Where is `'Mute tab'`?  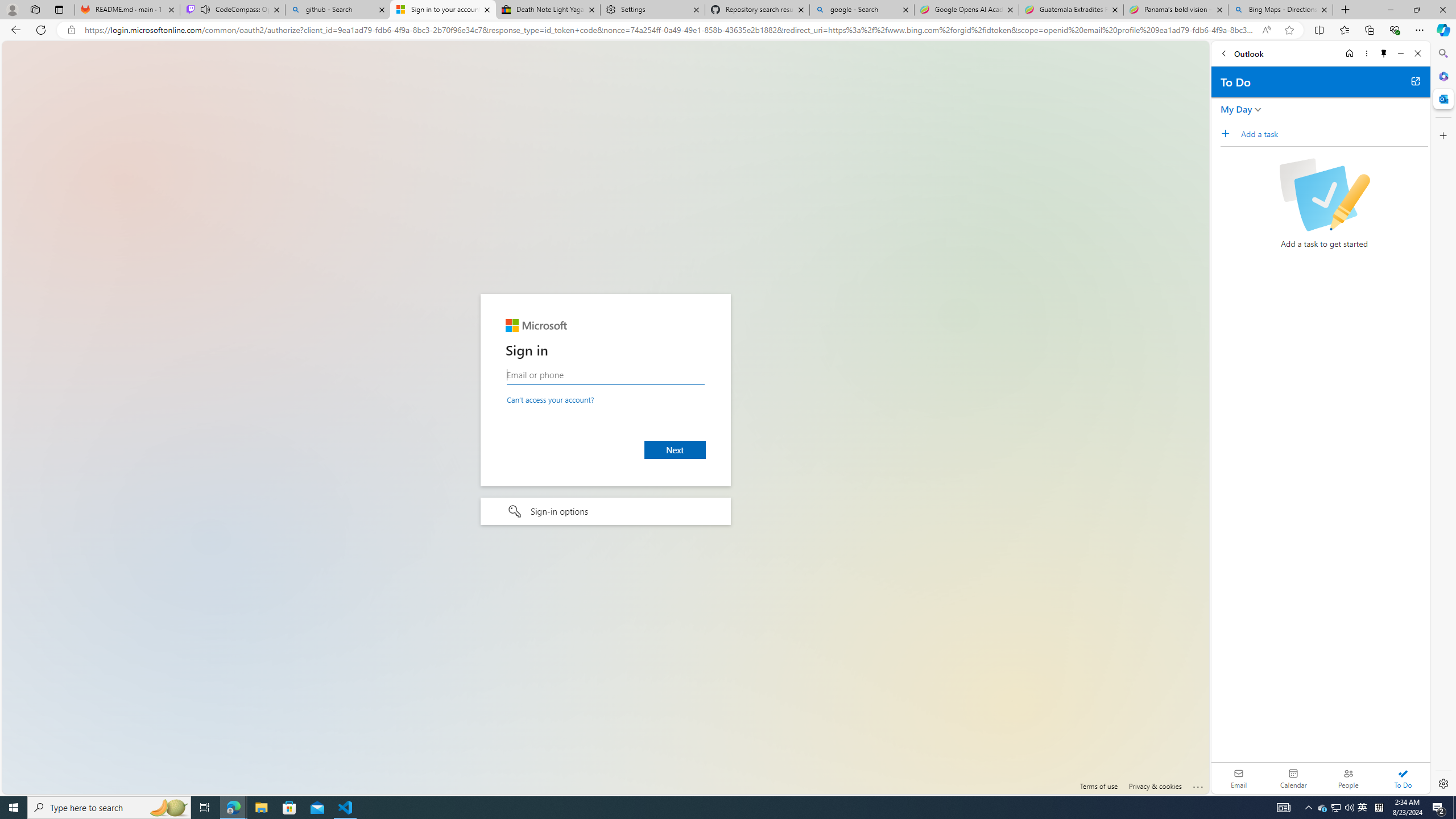 'Mute tab' is located at coordinates (204, 9).